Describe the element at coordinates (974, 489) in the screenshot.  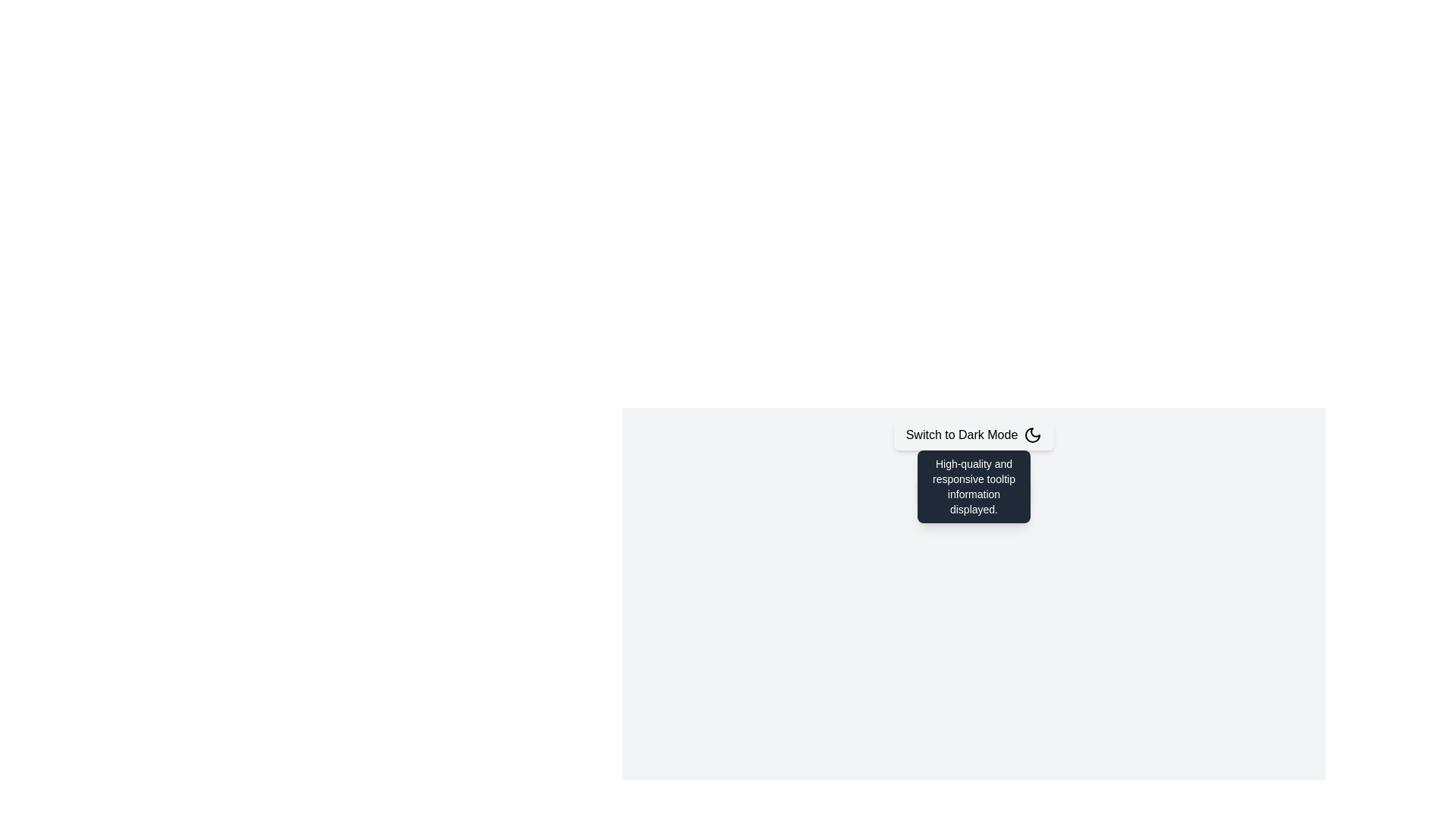
I see `the tooltip with dark background and white text that contains the message 'High-quality and responsive tooltip information displayed.'` at that location.